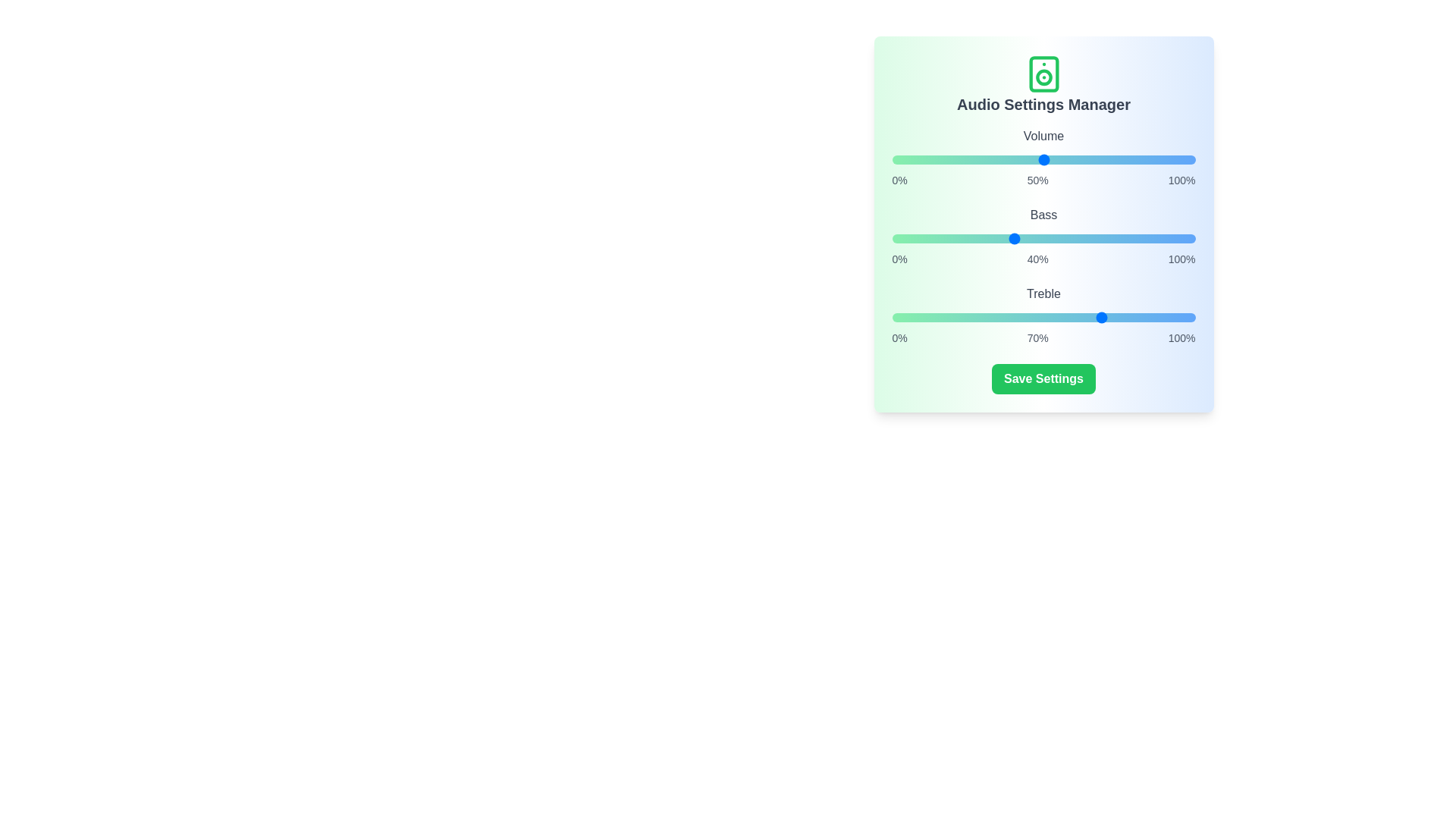 This screenshot has height=819, width=1456. Describe the element at coordinates (1113, 317) in the screenshot. I see `the treble slider to 73%` at that location.